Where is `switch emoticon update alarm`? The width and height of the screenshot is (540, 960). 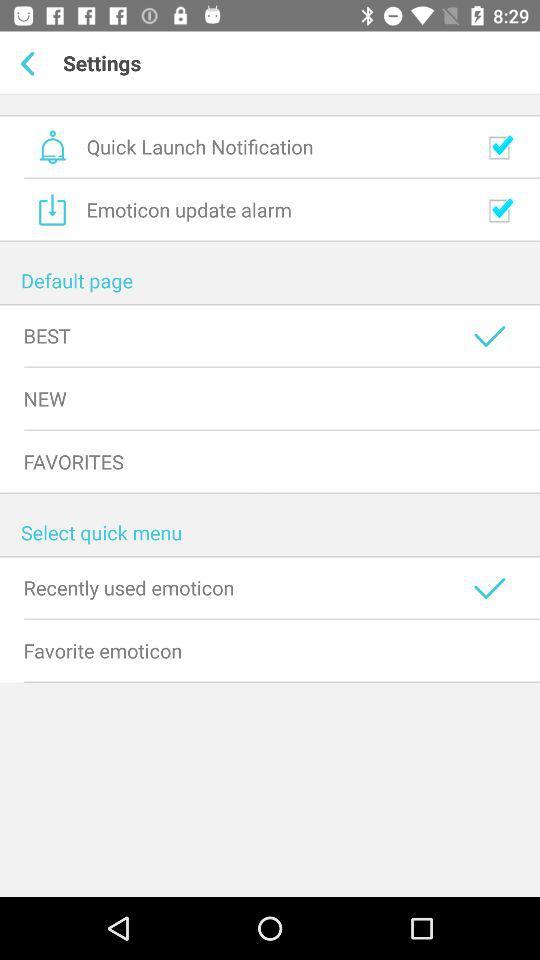
switch emoticon update alarm is located at coordinates (499, 210).